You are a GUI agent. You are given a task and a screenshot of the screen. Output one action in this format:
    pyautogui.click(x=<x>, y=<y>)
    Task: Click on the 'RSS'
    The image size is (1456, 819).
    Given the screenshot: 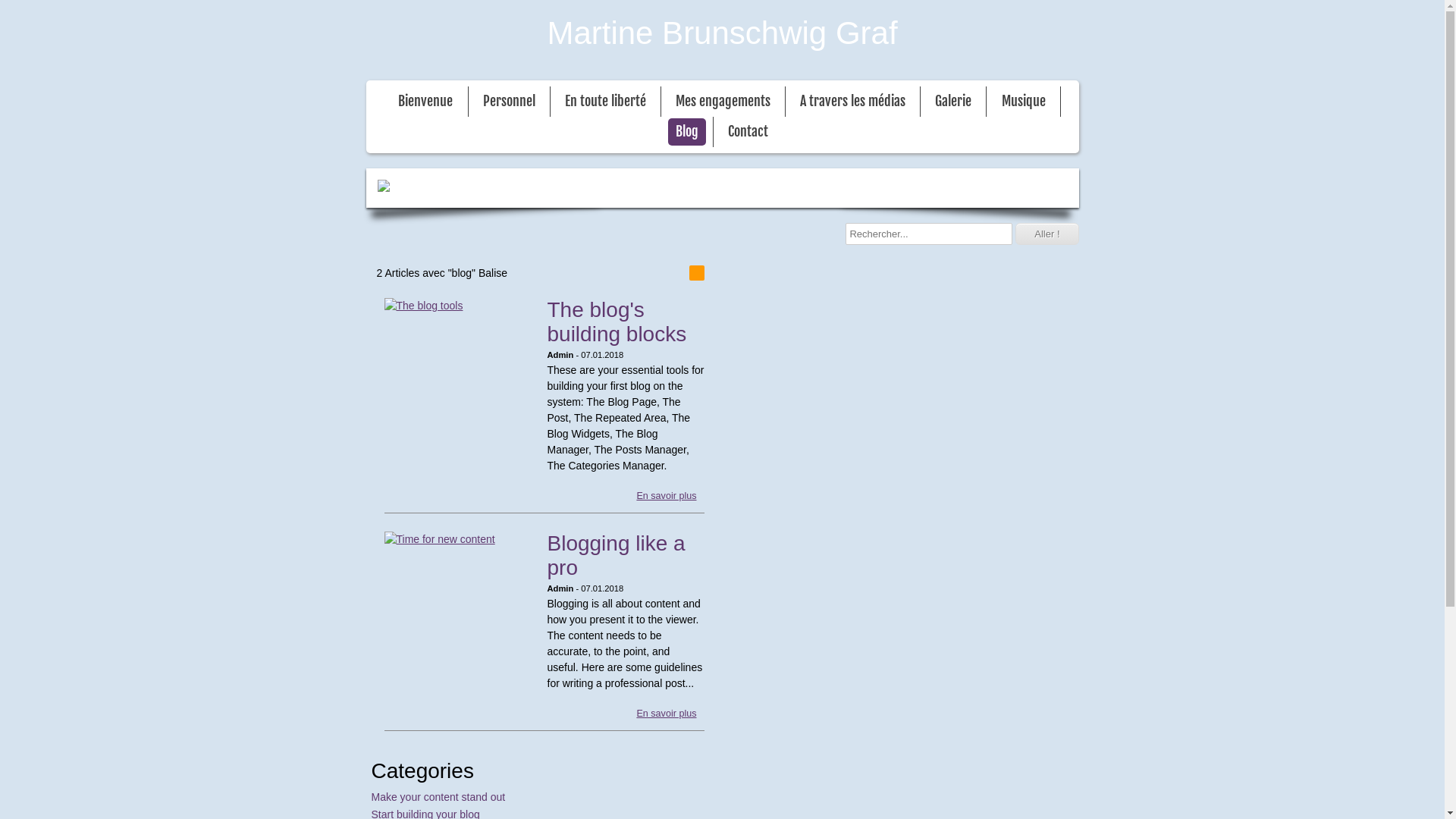 What is the action you would take?
    pyautogui.click(x=695, y=271)
    